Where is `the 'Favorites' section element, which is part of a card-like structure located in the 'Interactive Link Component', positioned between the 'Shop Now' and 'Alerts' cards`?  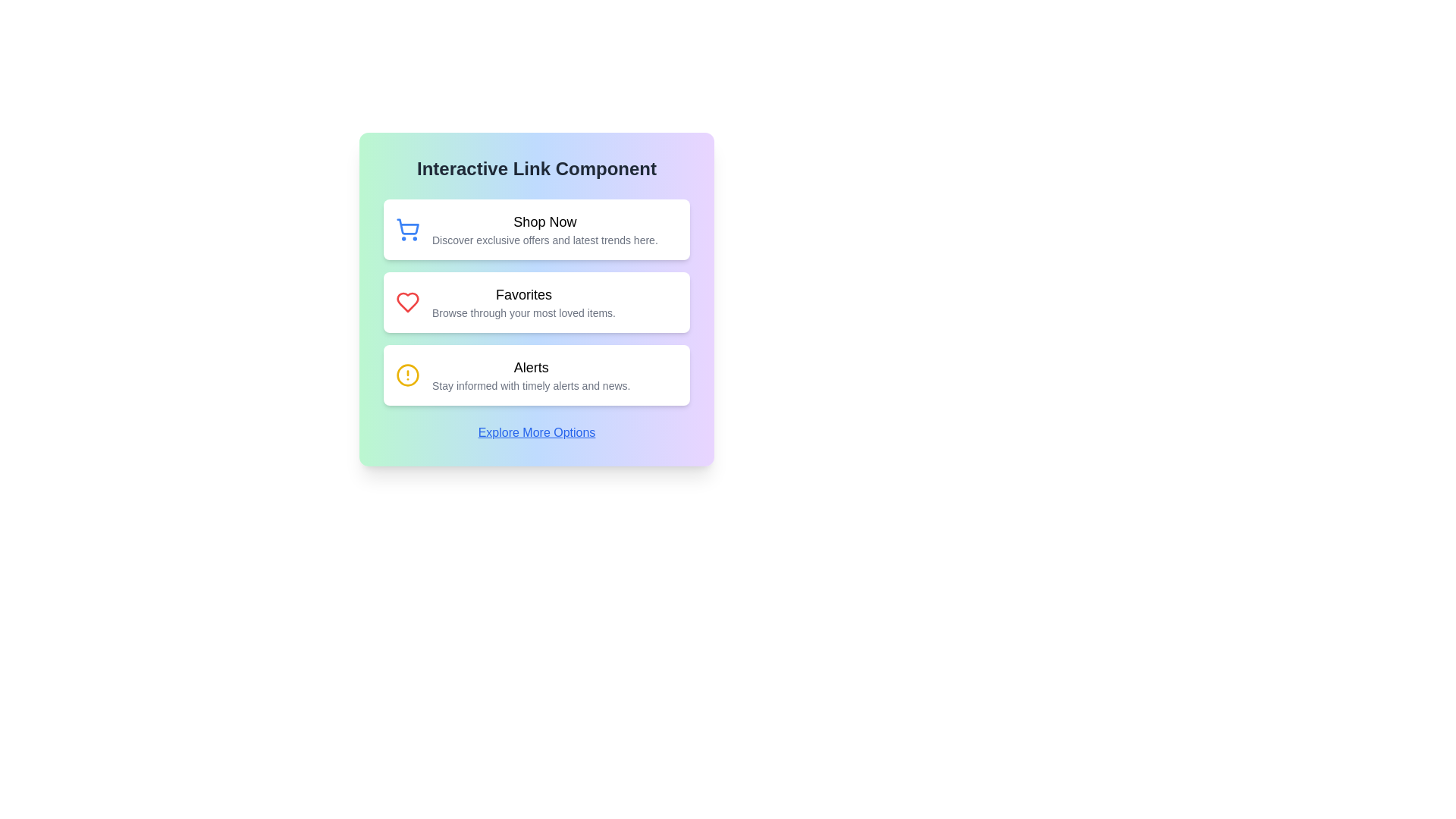
the 'Favorites' section element, which is part of a card-like structure located in the 'Interactive Link Component', positioned between the 'Shop Now' and 'Alerts' cards is located at coordinates (524, 302).